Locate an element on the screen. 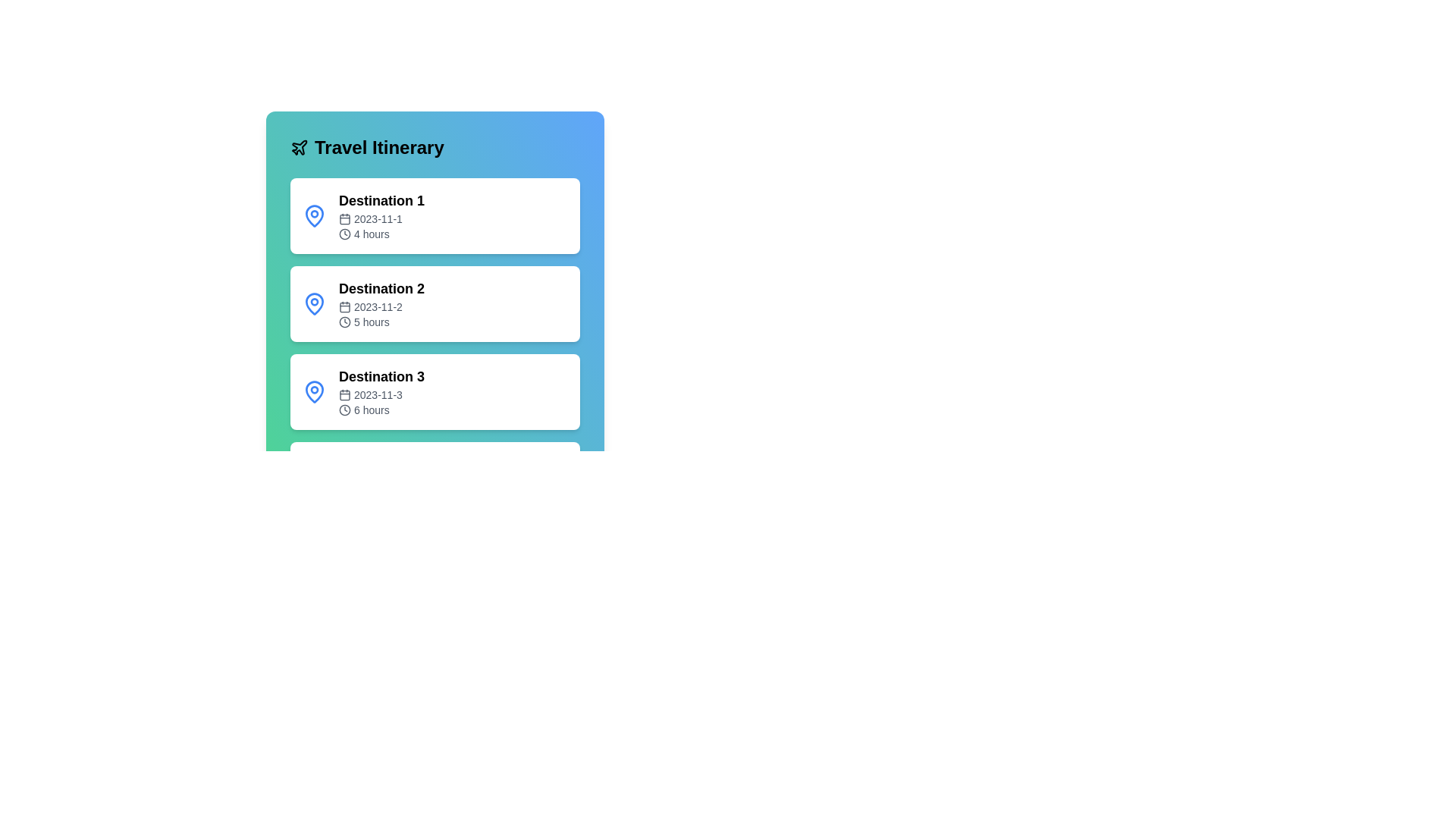 Image resolution: width=1456 pixels, height=819 pixels. the blue map pin icon representing 'Destination 3' located within its card, which is to the left of the title is located at coordinates (313, 391).